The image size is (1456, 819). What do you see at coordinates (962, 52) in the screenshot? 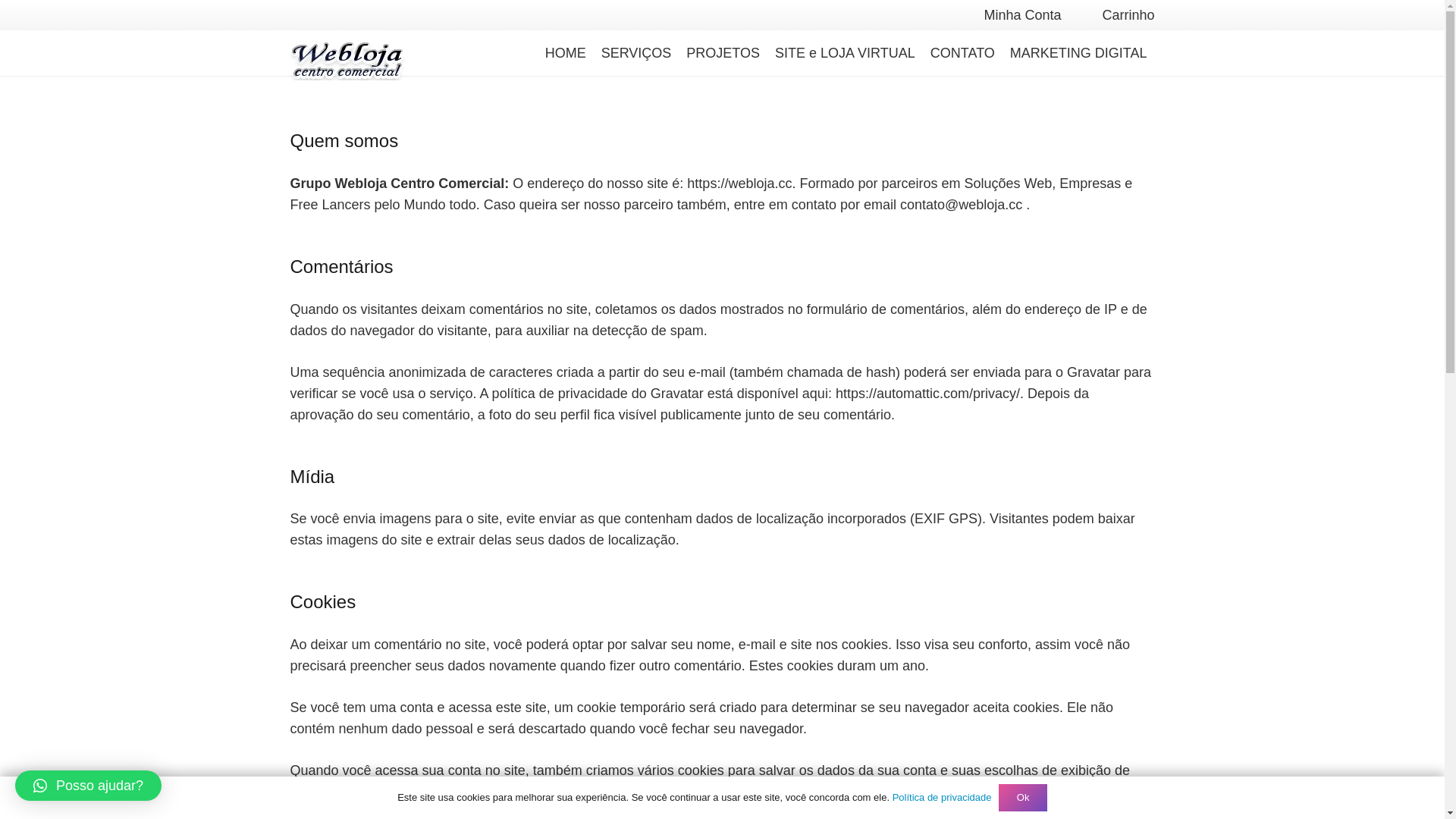
I see `'CONTATO'` at bounding box center [962, 52].